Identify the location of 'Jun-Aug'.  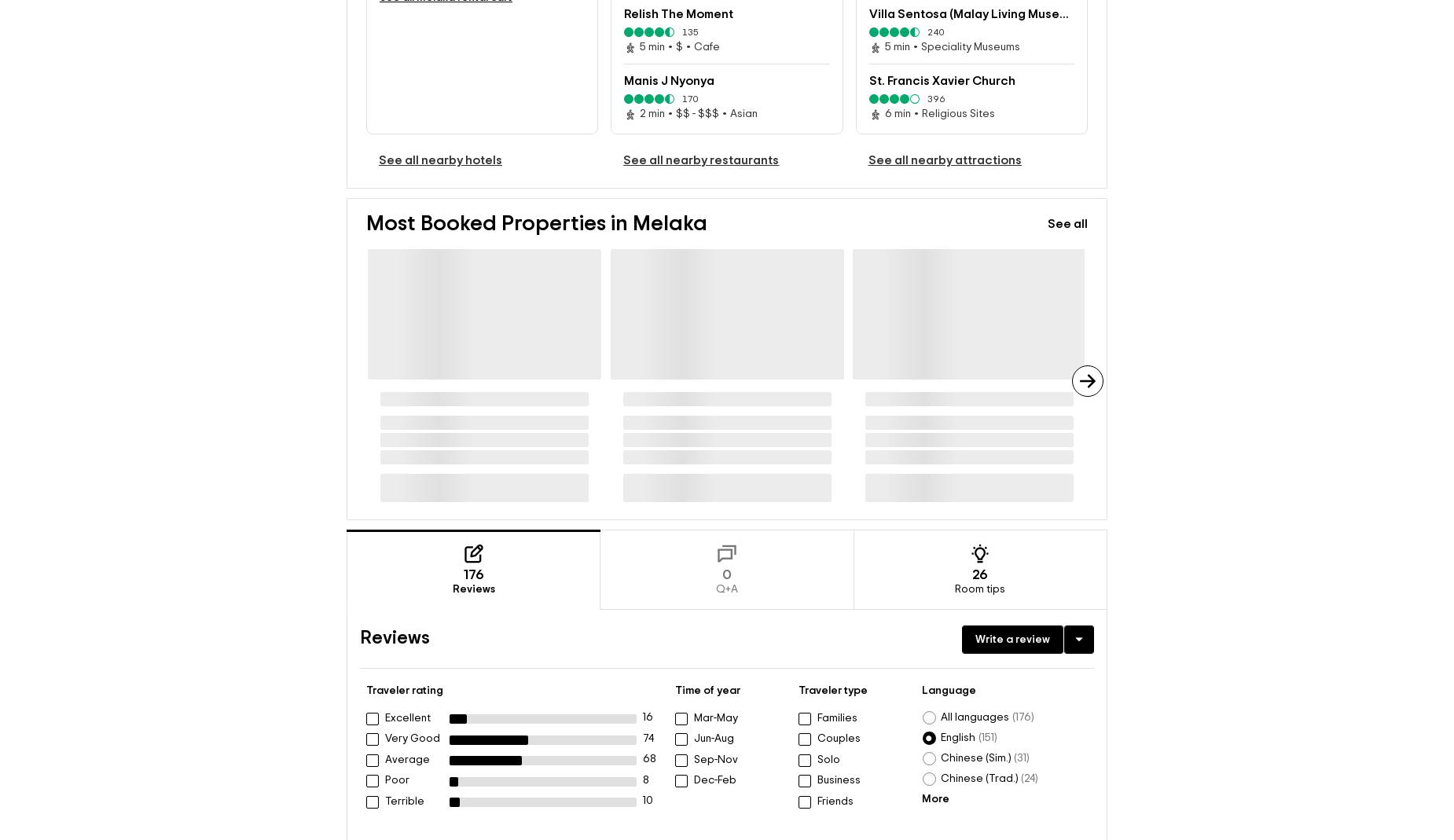
(713, 737).